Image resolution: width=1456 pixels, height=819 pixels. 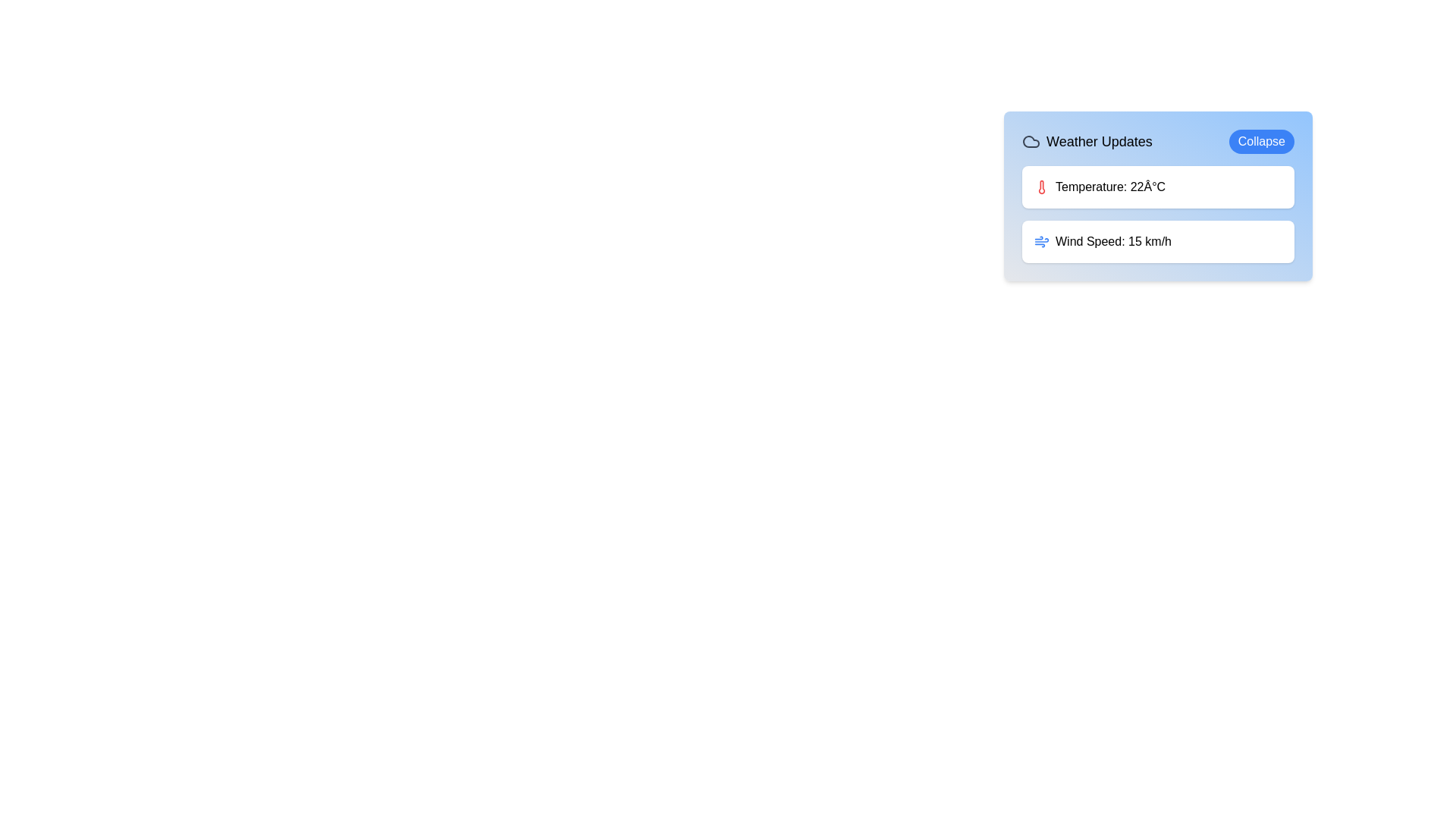 What do you see at coordinates (1157, 186) in the screenshot?
I see `the informational card displaying the current temperature value in the 'Weather Updates' section` at bounding box center [1157, 186].